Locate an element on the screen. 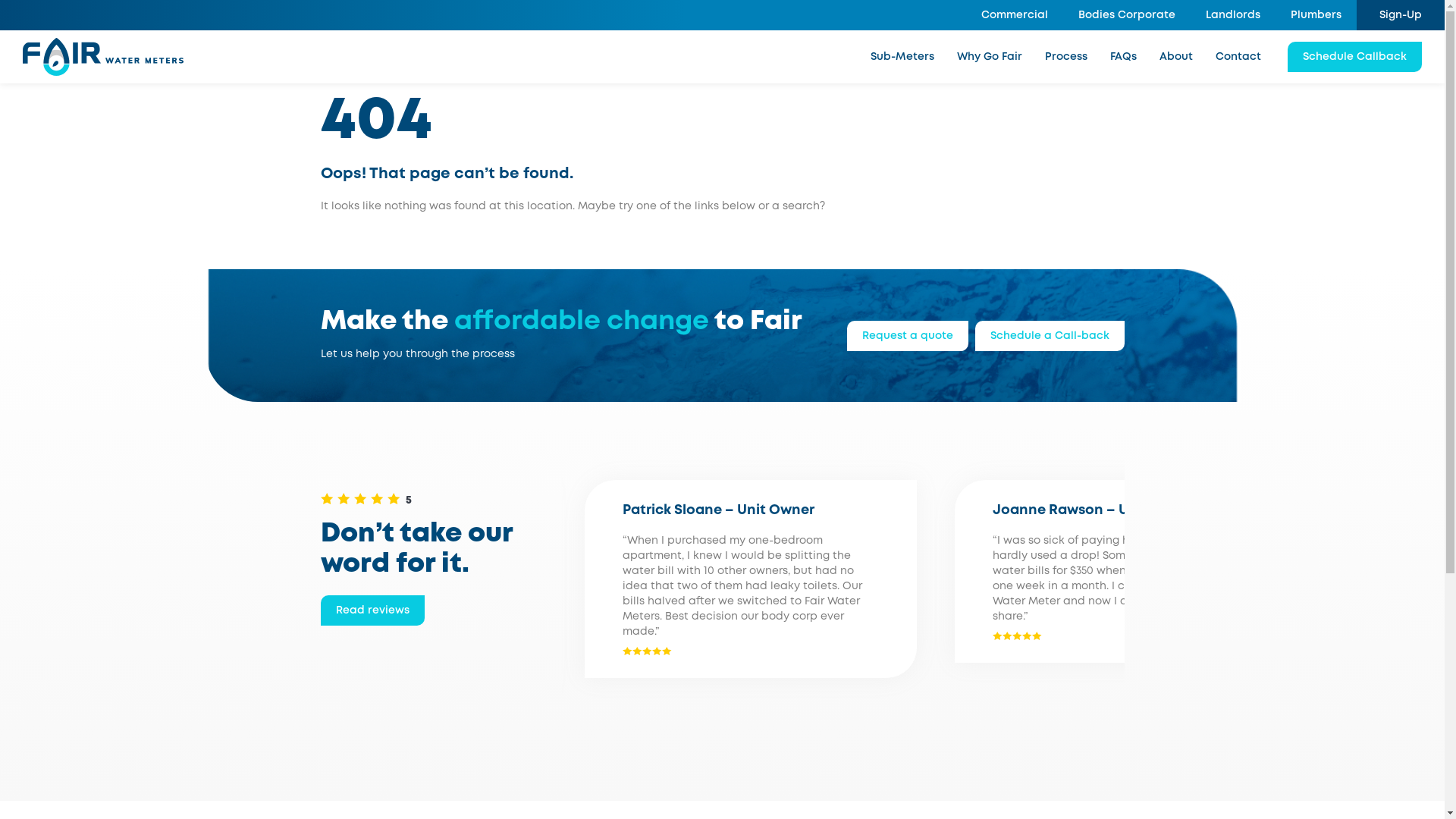 The height and width of the screenshot is (819, 1456). 'Sign-Up' is located at coordinates (1400, 14).